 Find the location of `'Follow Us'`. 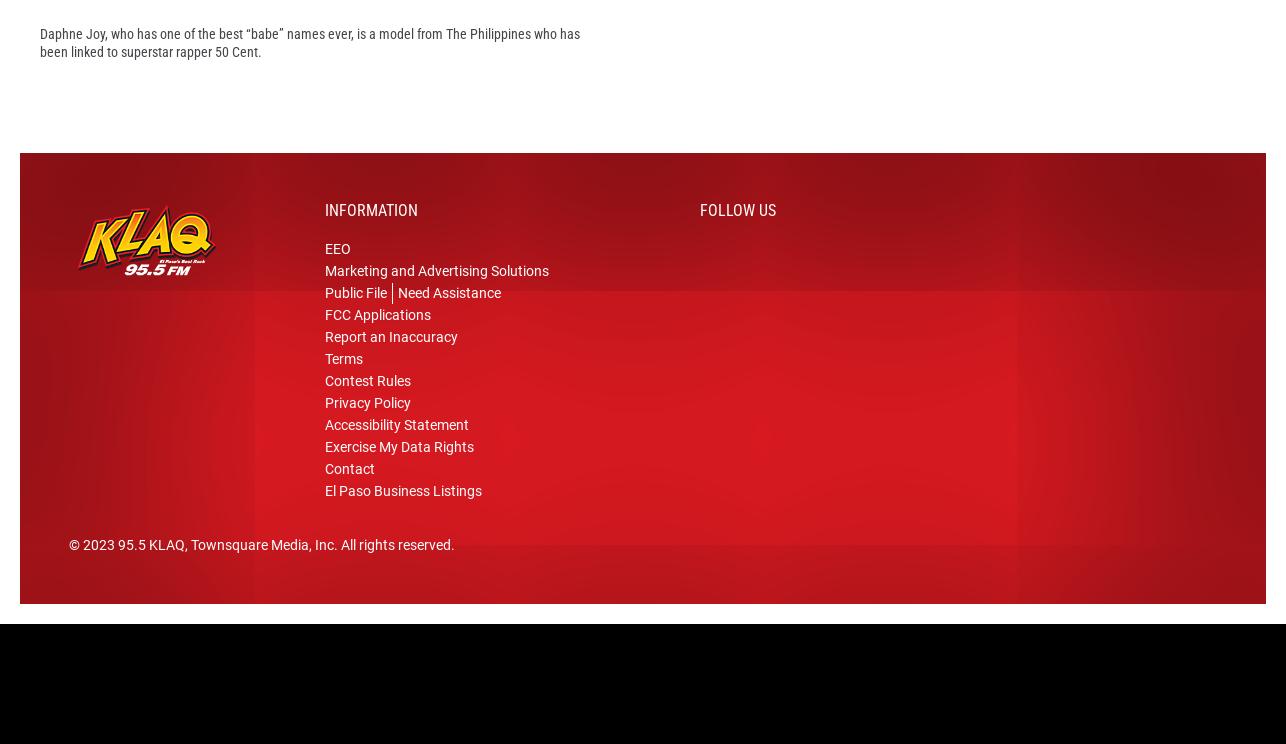

'Follow Us' is located at coordinates (699, 240).